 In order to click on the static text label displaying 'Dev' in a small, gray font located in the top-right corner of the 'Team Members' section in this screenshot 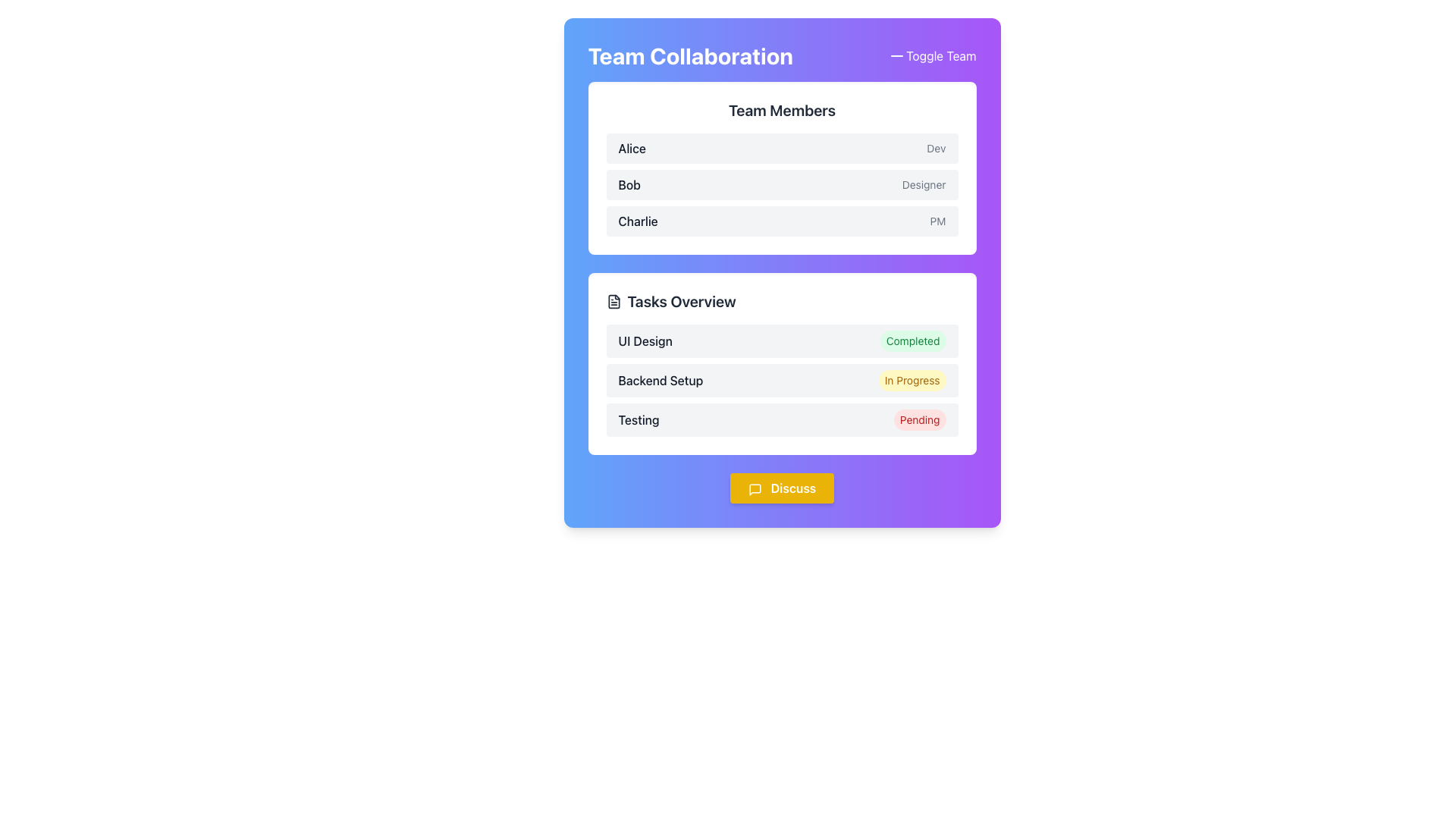, I will do `click(935, 149)`.